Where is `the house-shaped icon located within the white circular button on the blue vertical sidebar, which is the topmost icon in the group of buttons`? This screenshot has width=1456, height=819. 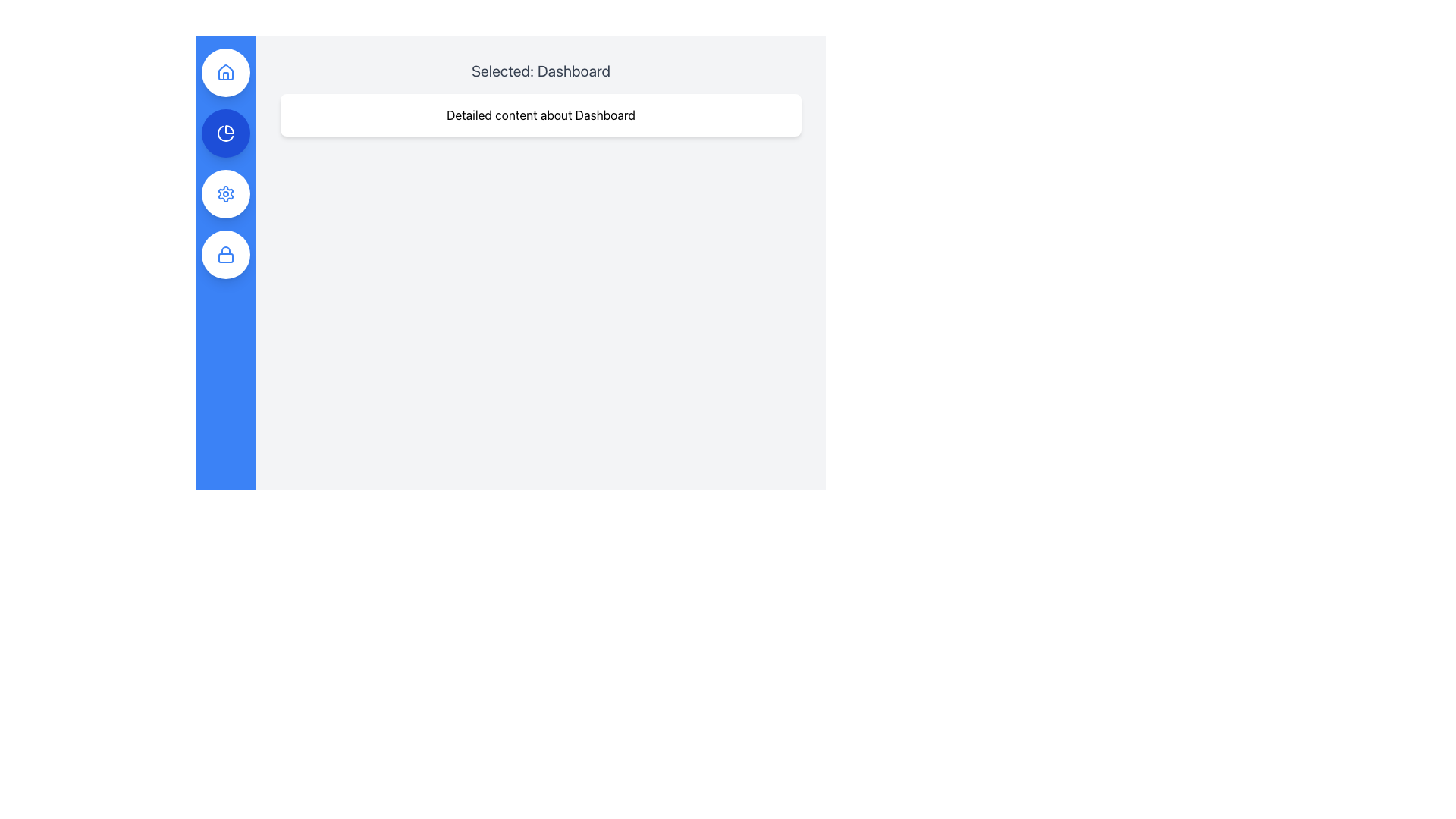 the house-shaped icon located within the white circular button on the blue vertical sidebar, which is the topmost icon in the group of buttons is located at coordinates (224, 73).